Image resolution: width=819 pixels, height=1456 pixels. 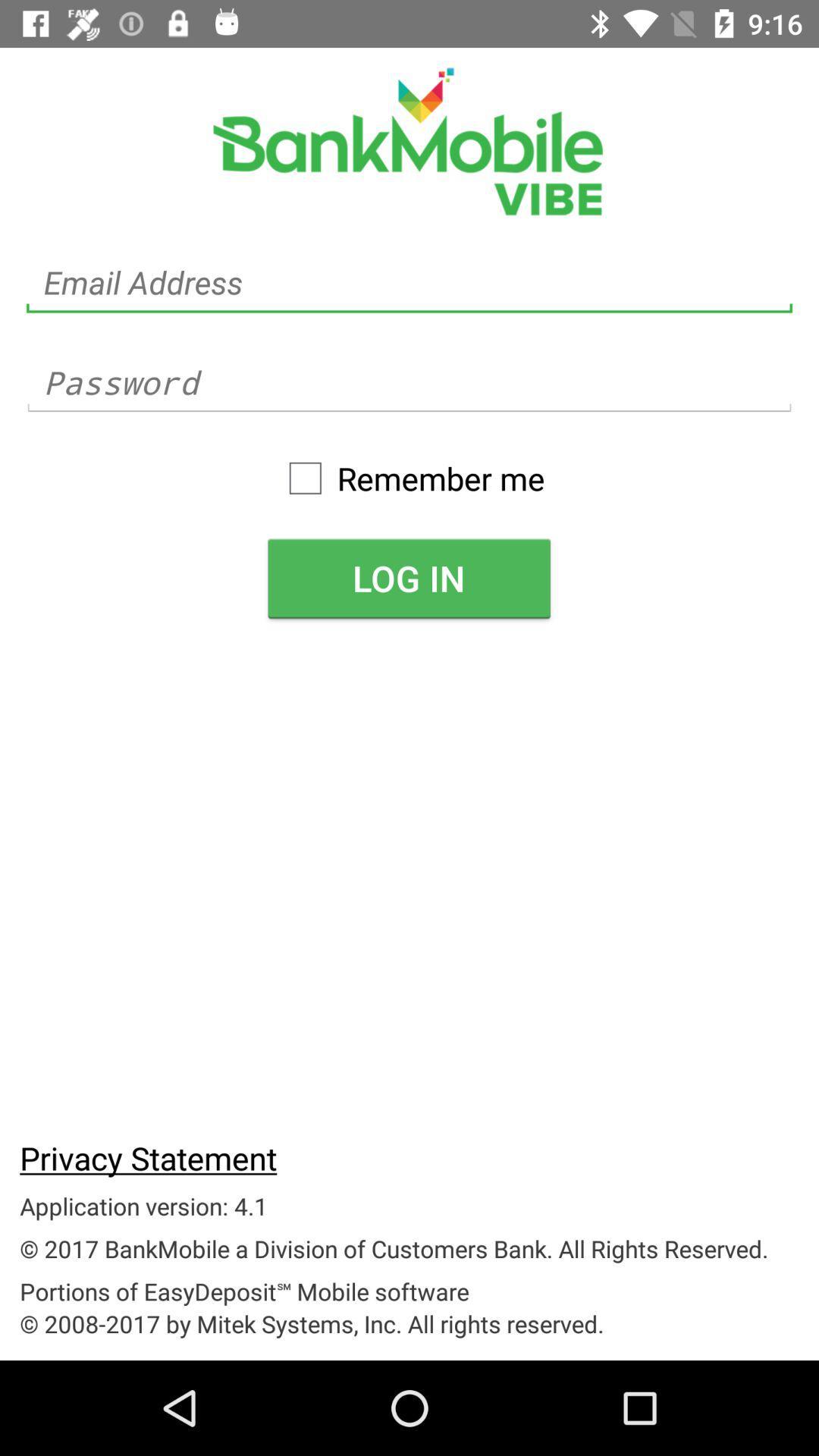 I want to click on input password, so click(x=409, y=383).